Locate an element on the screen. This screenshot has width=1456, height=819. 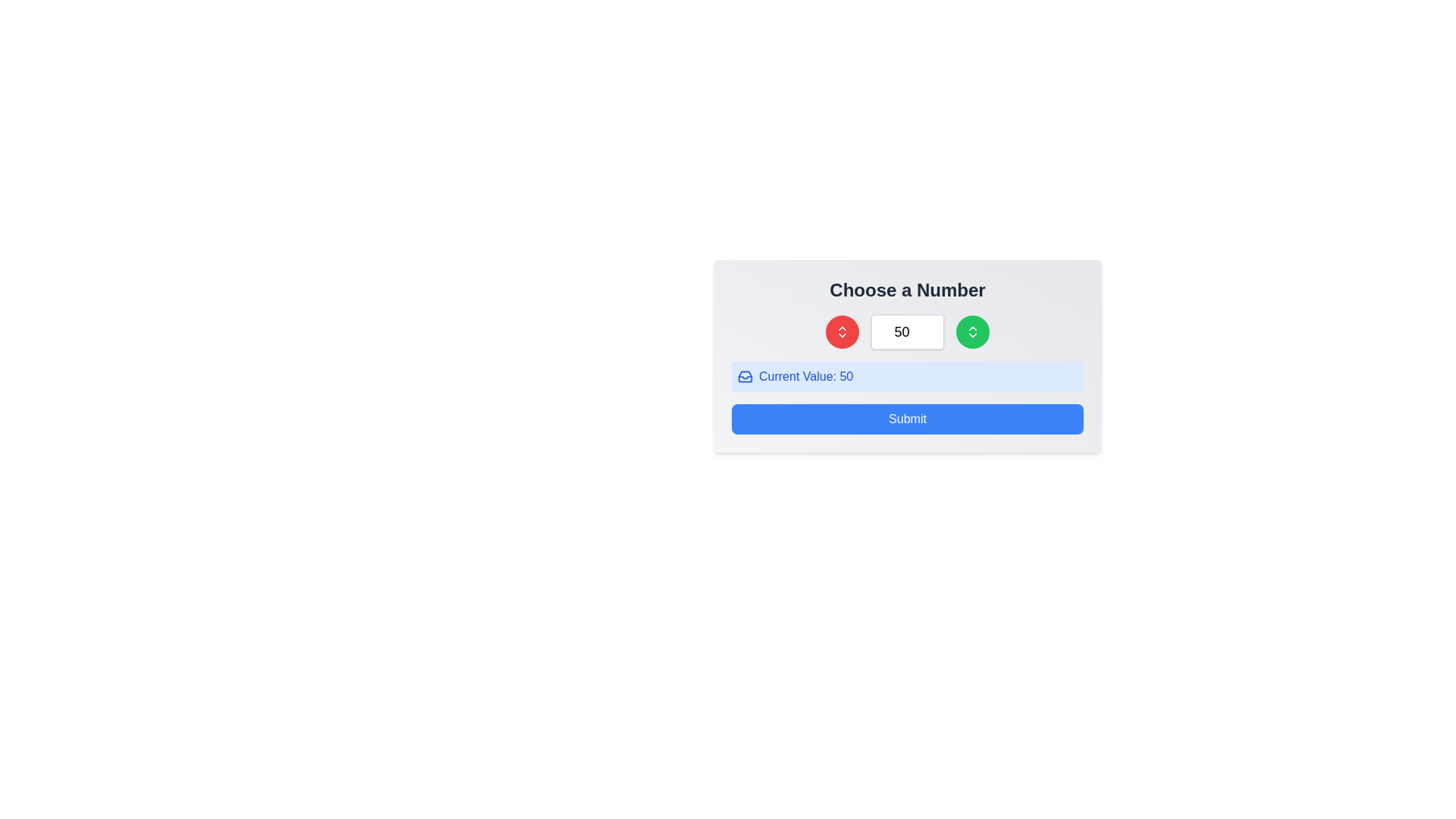
the green circular button containing the SVG icon is located at coordinates (972, 331).